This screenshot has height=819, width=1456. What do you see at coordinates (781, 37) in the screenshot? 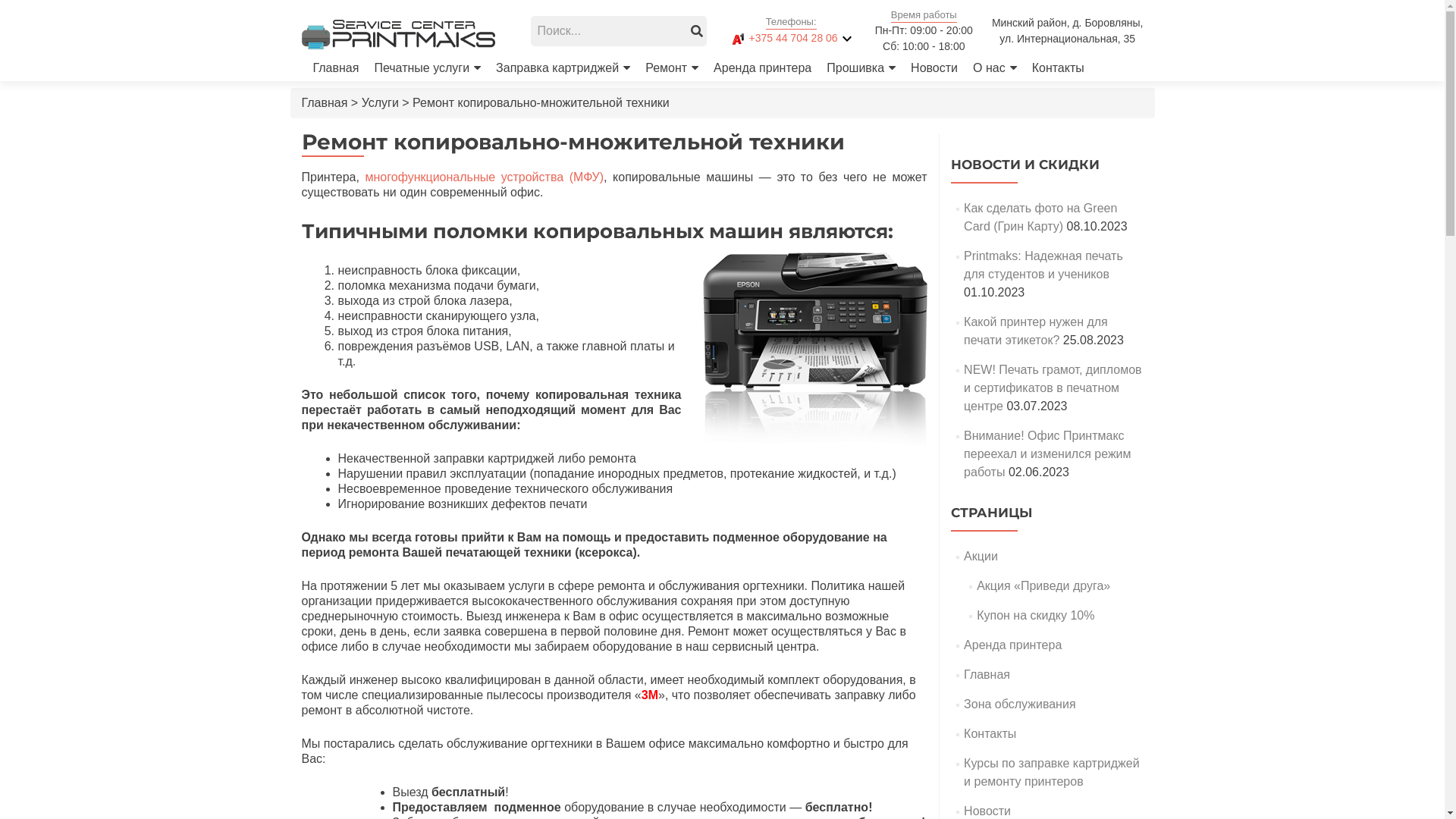
I see `'+375 44 704 28 06'` at bounding box center [781, 37].